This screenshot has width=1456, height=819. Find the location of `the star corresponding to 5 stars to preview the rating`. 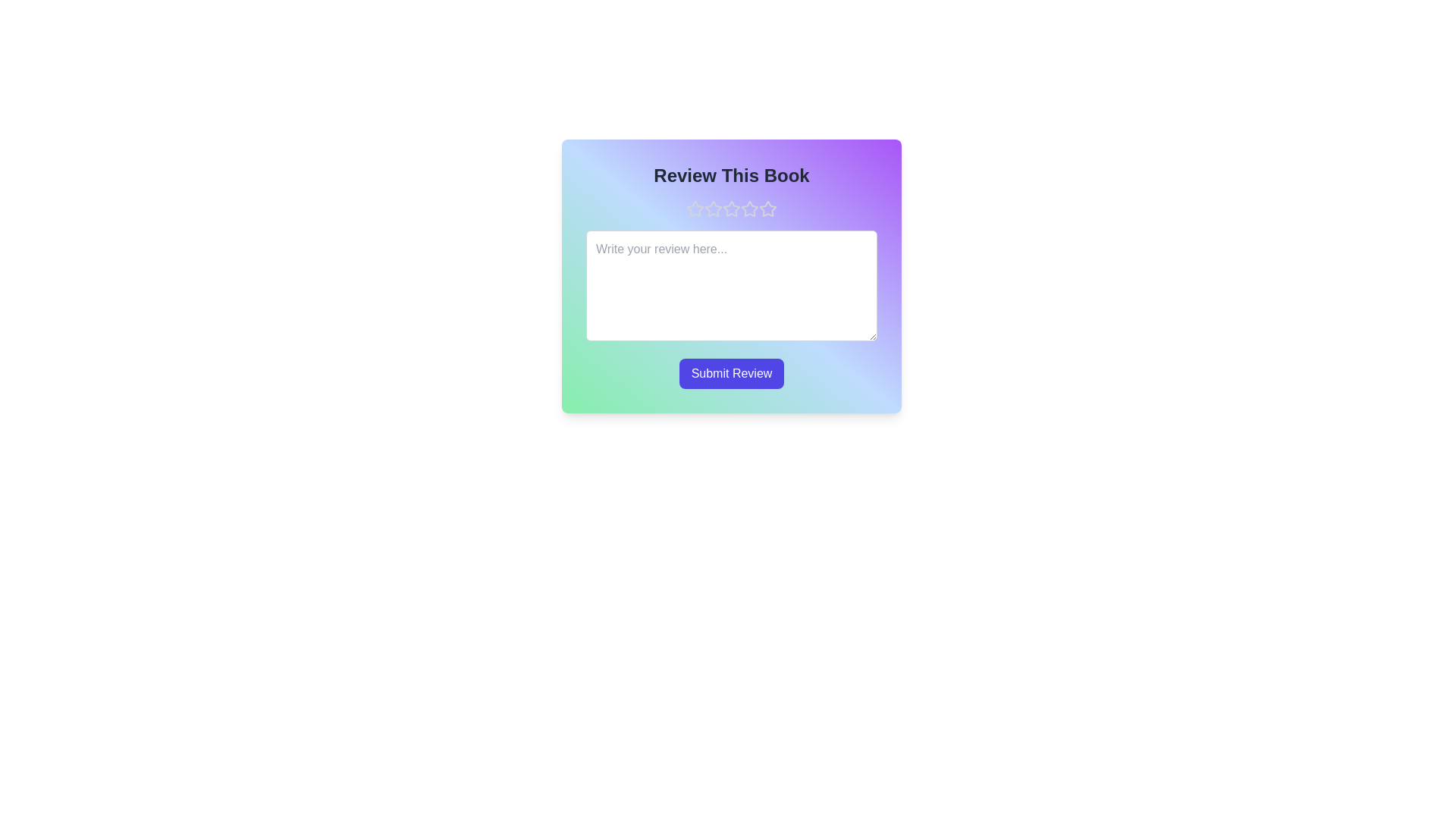

the star corresponding to 5 stars to preview the rating is located at coordinates (767, 209).